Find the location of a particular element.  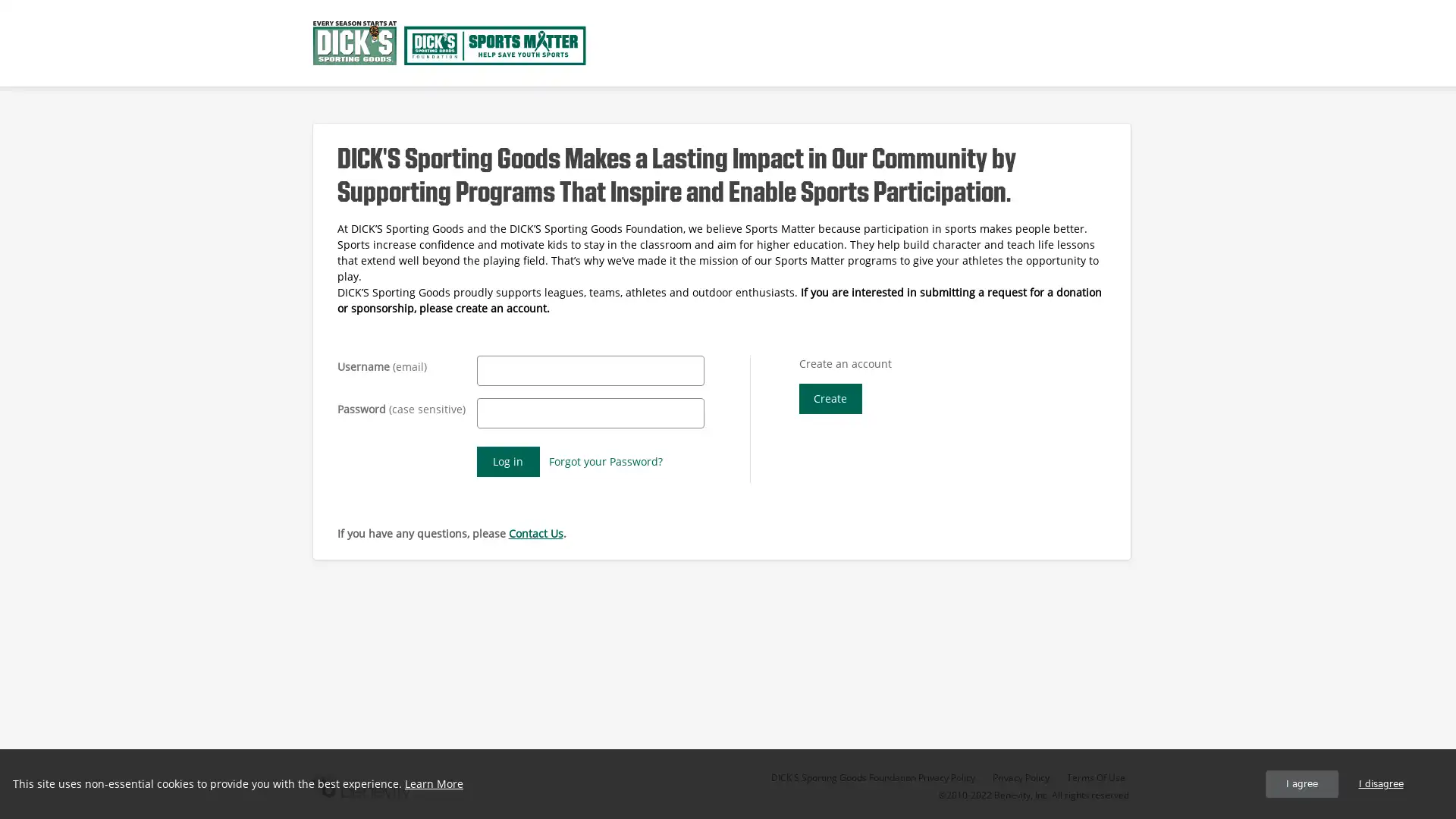

Create is located at coordinates (829, 397).